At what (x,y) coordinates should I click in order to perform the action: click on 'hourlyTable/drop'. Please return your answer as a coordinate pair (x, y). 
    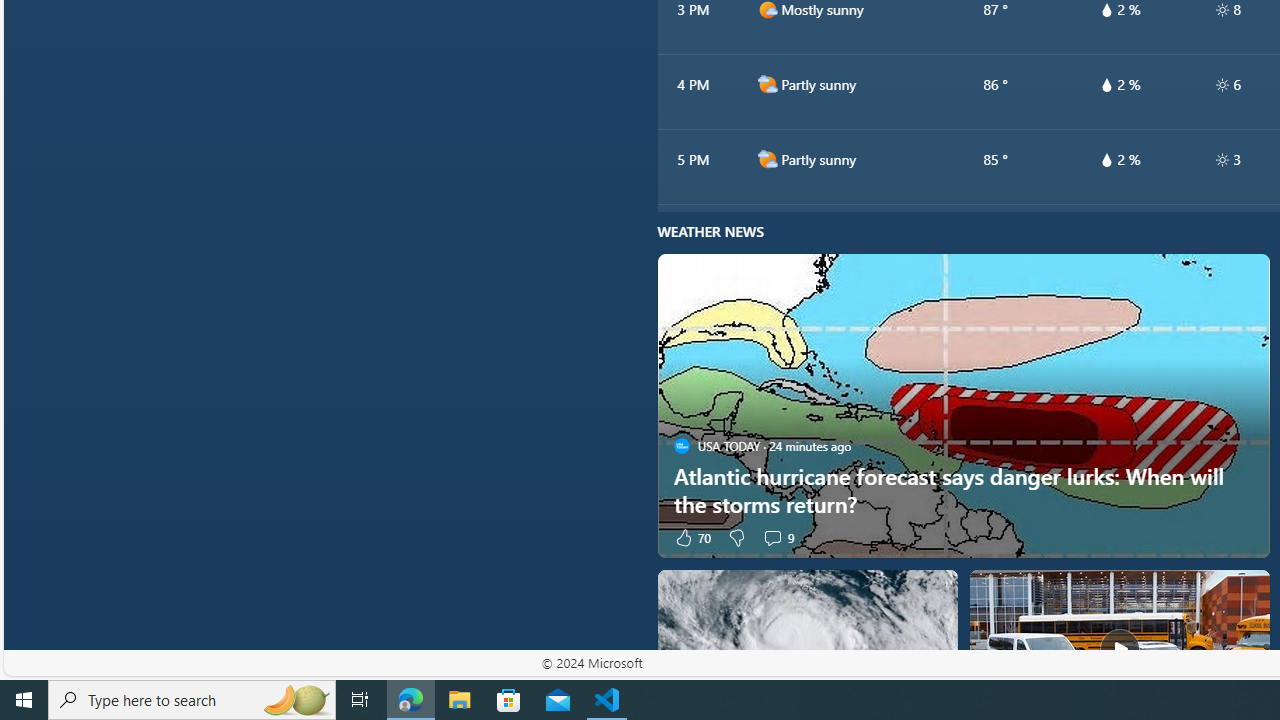
    Looking at the image, I should click on (1105, 158).